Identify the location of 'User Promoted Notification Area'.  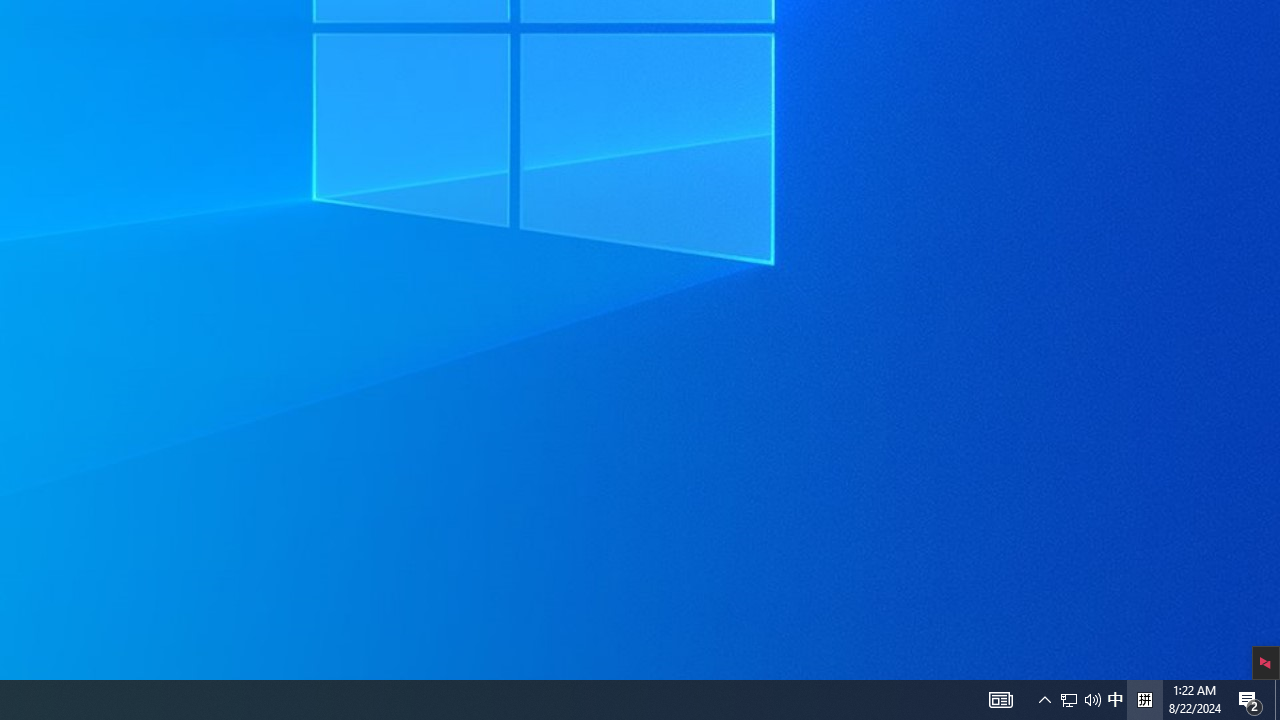
(1000, 698).